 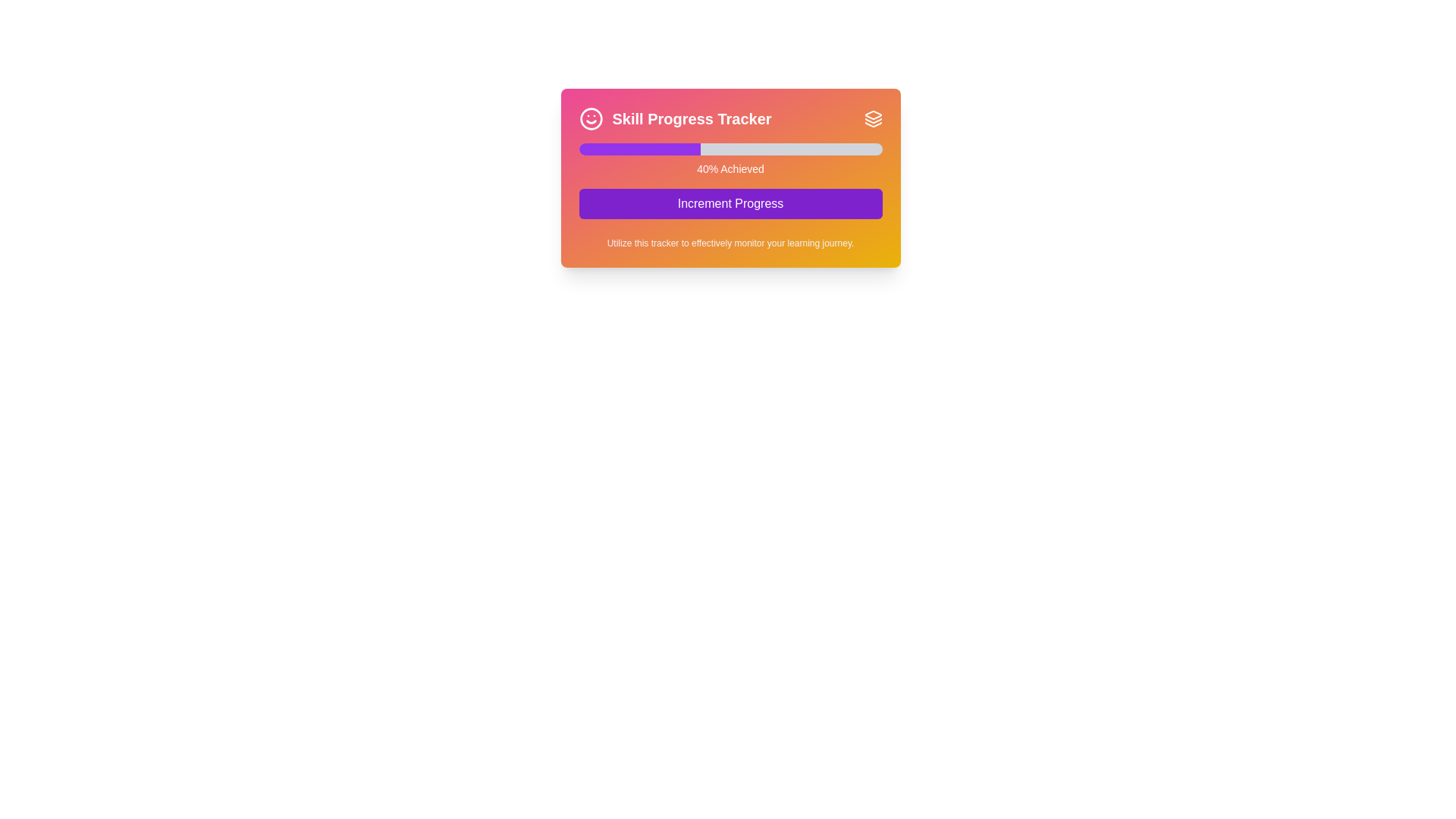 I want to click on the Icon that signifies layers or an organizational structure located at the top-right corner of the 'Skill Progress Tracker' box, so click(x=873, y=118).